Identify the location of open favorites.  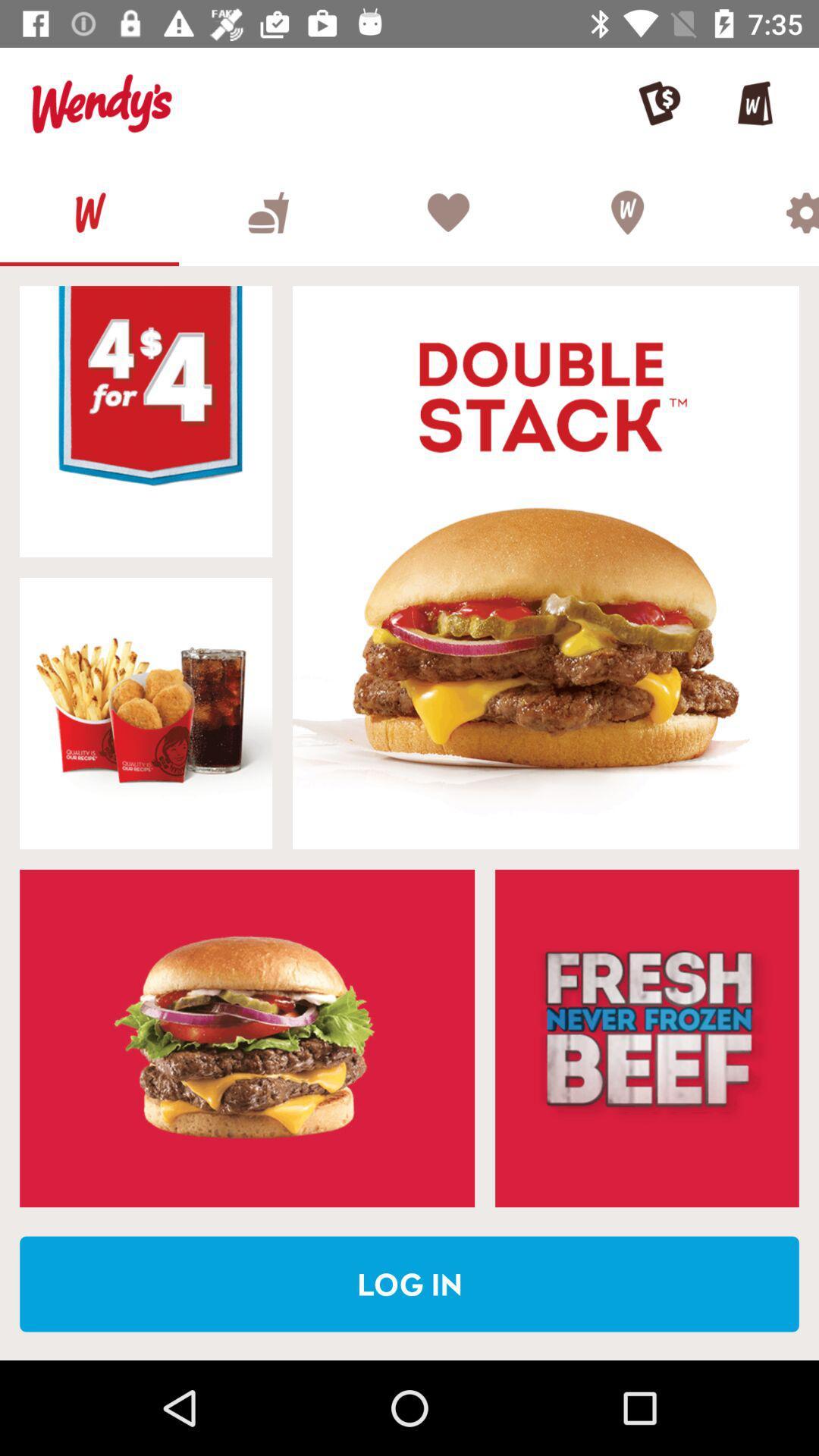
(447, 212).